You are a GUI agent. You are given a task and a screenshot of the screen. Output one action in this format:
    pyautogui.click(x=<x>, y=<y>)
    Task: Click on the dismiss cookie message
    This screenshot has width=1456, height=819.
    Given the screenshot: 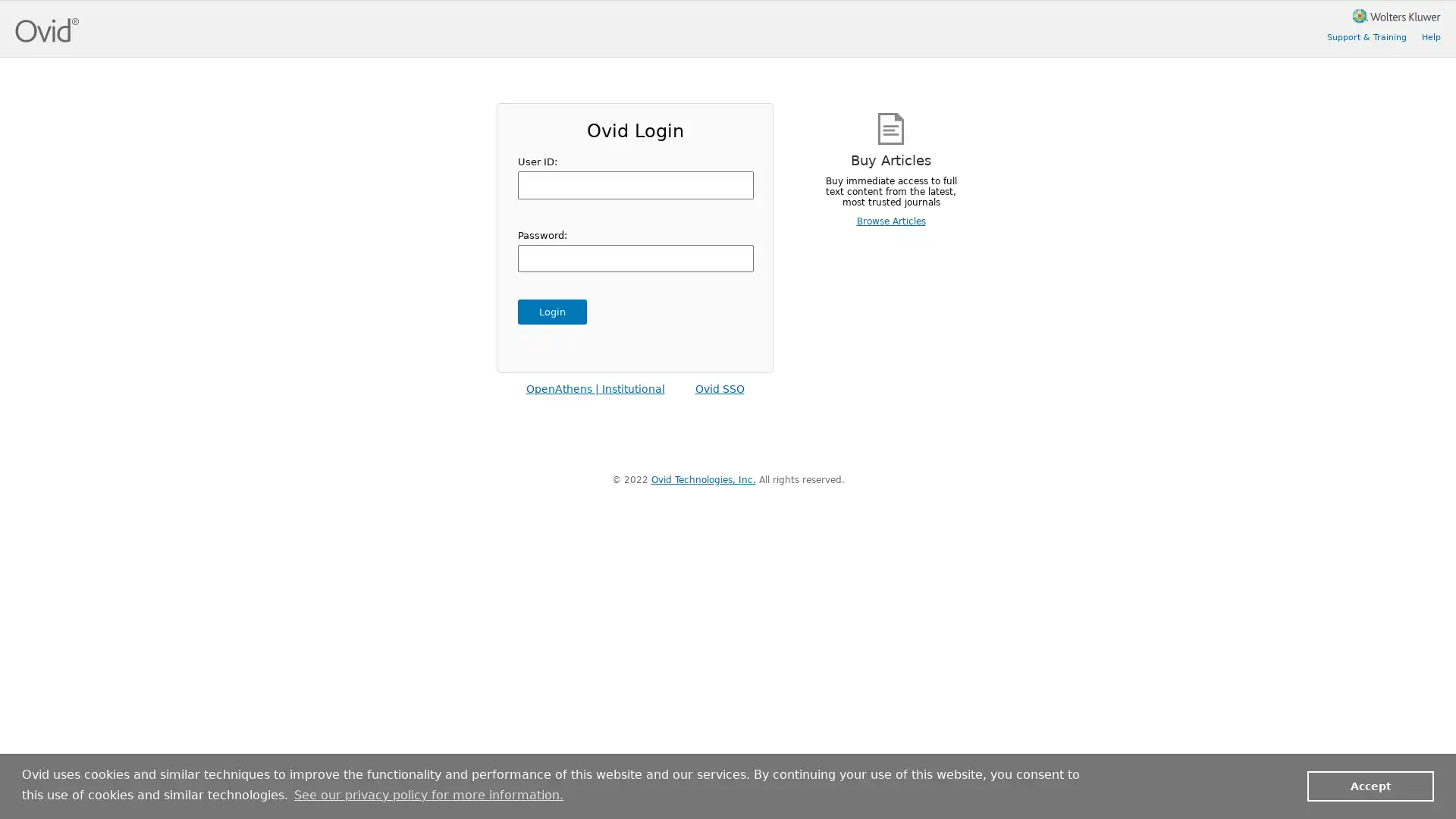 What is the action you would take?
    pyautogui.click(x=1370, y=785)
    